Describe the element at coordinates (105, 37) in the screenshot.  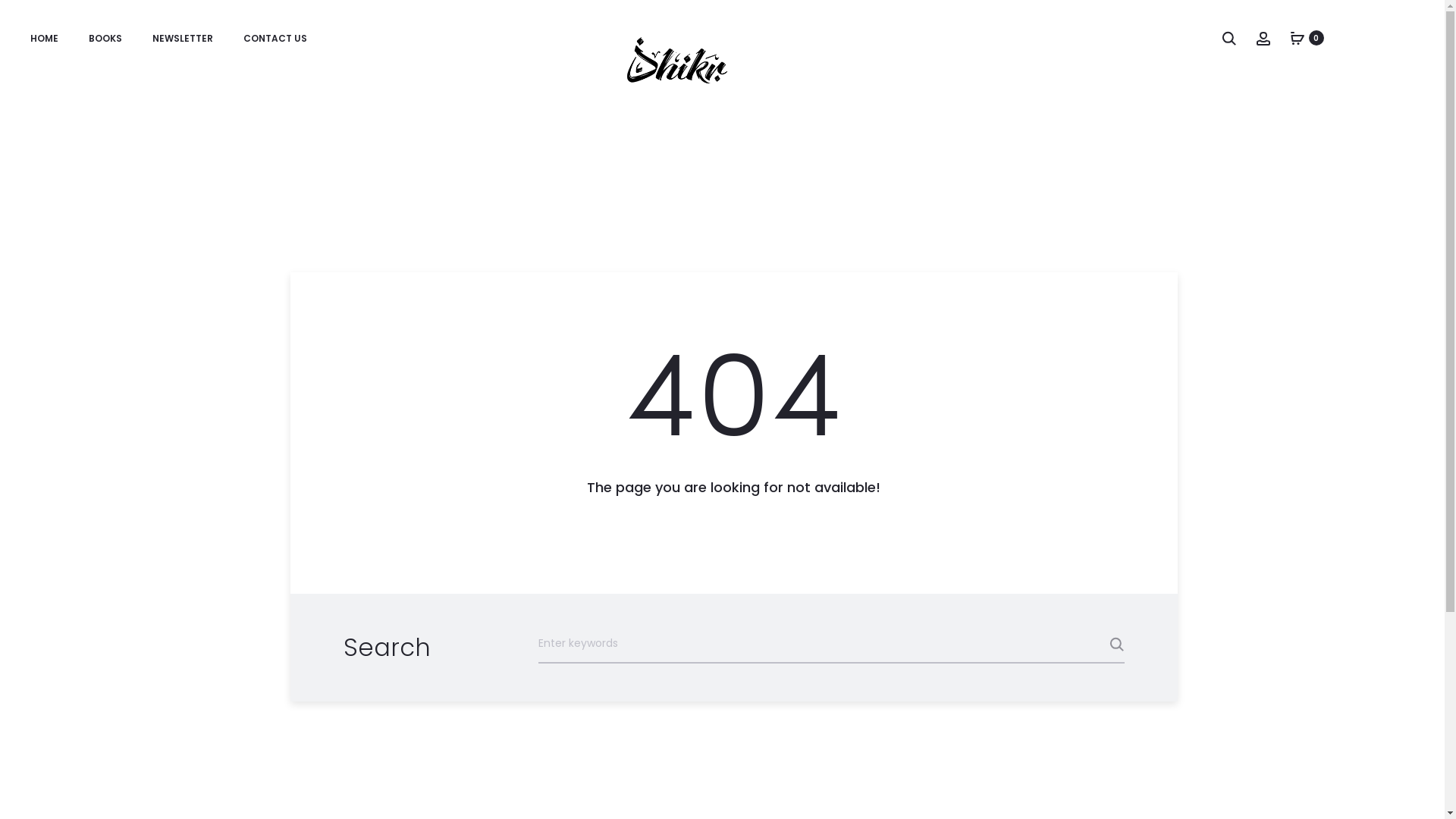
I see `'BOOKS'` at that location.